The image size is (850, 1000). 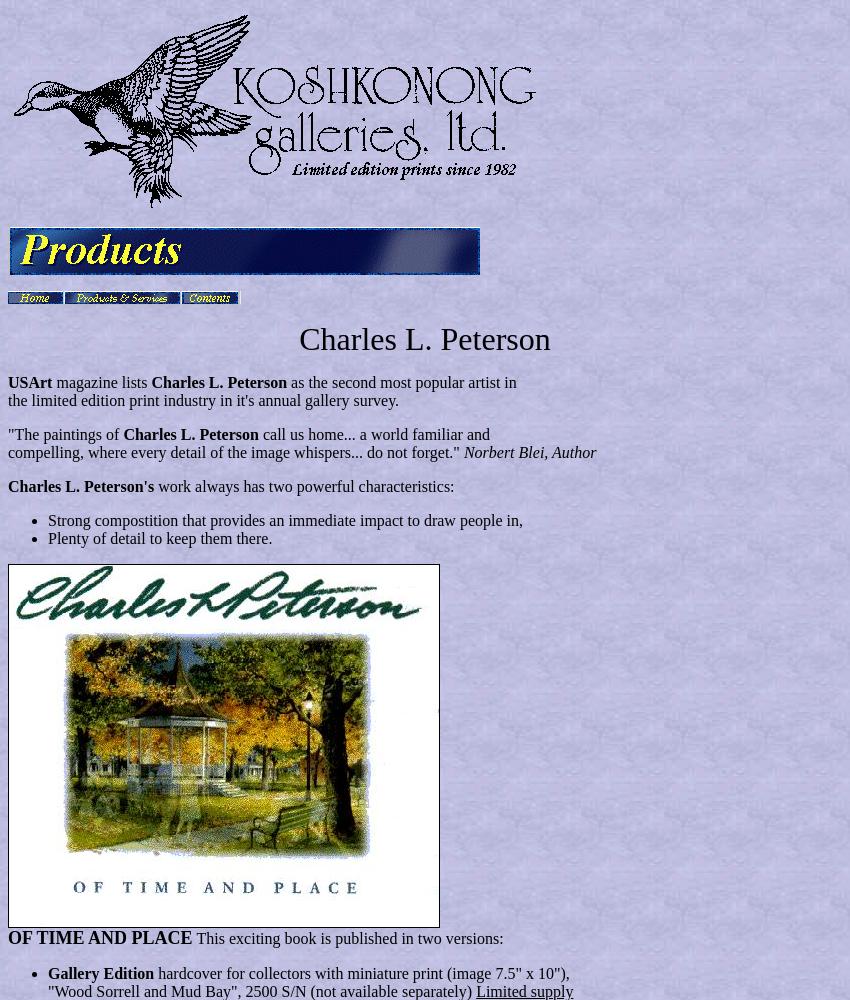 I want to click on 'compelling, where every detail of the image whispers... do not
forget."', so click(x=235, y=451).